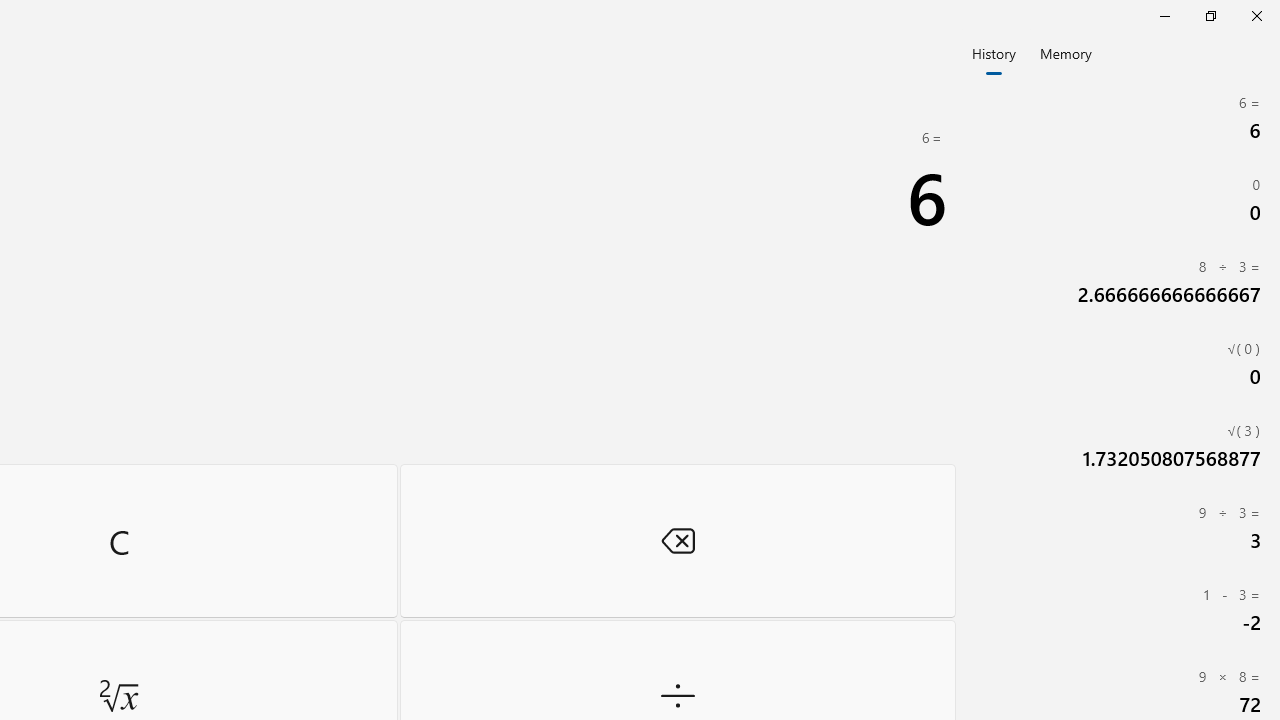 Image resolution: width=1280 pixels, height=720 pixels. What do you see at coordinates (1209, 15) in the screenshot?
I see `'Restore Calculator'` at bounding box center [1209, 15].